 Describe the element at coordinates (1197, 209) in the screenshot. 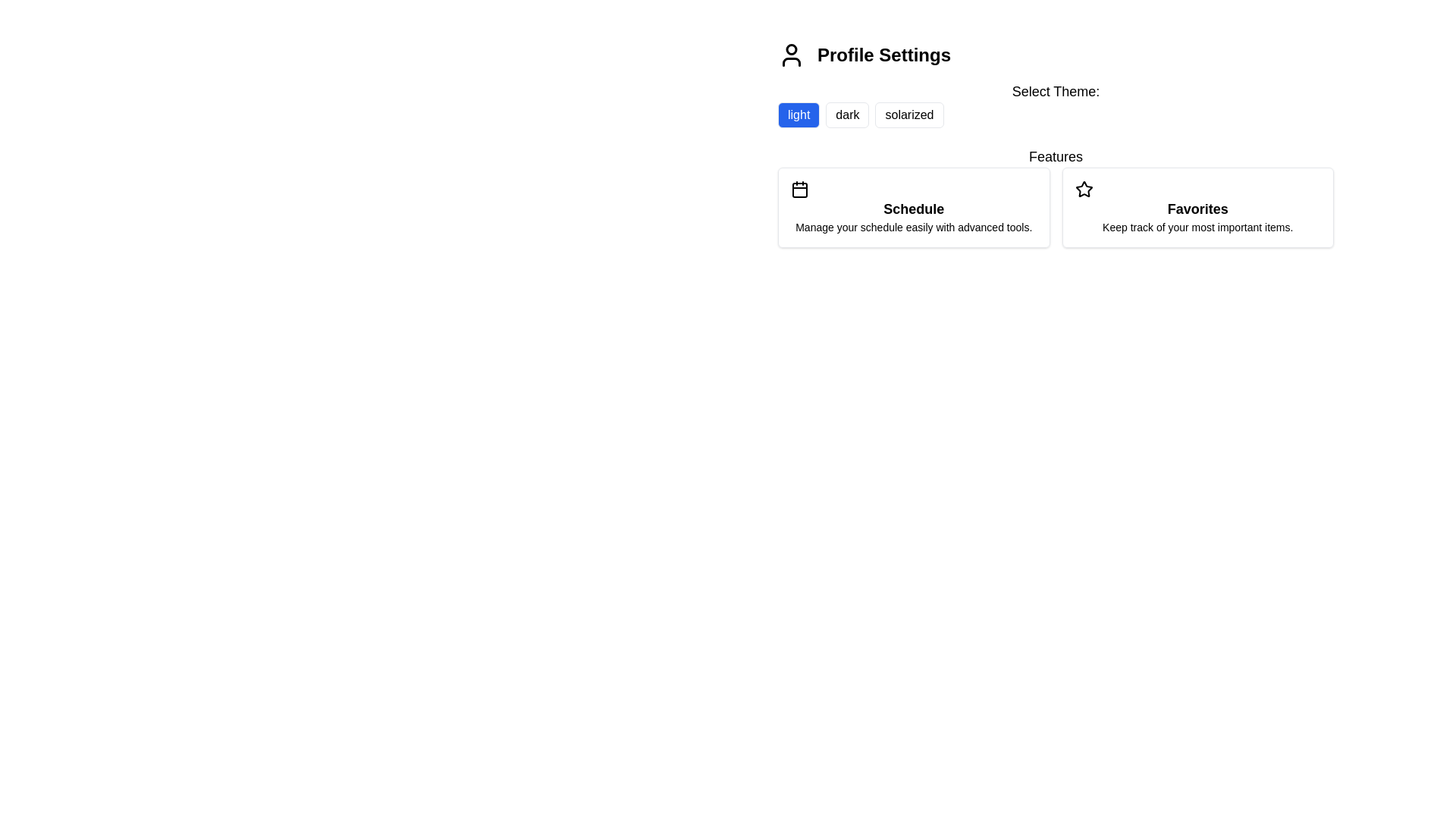

I see `the bolded text label 'Favorites' located within the second feature card, positioned below the star icon and above the descriptive text` at that location.